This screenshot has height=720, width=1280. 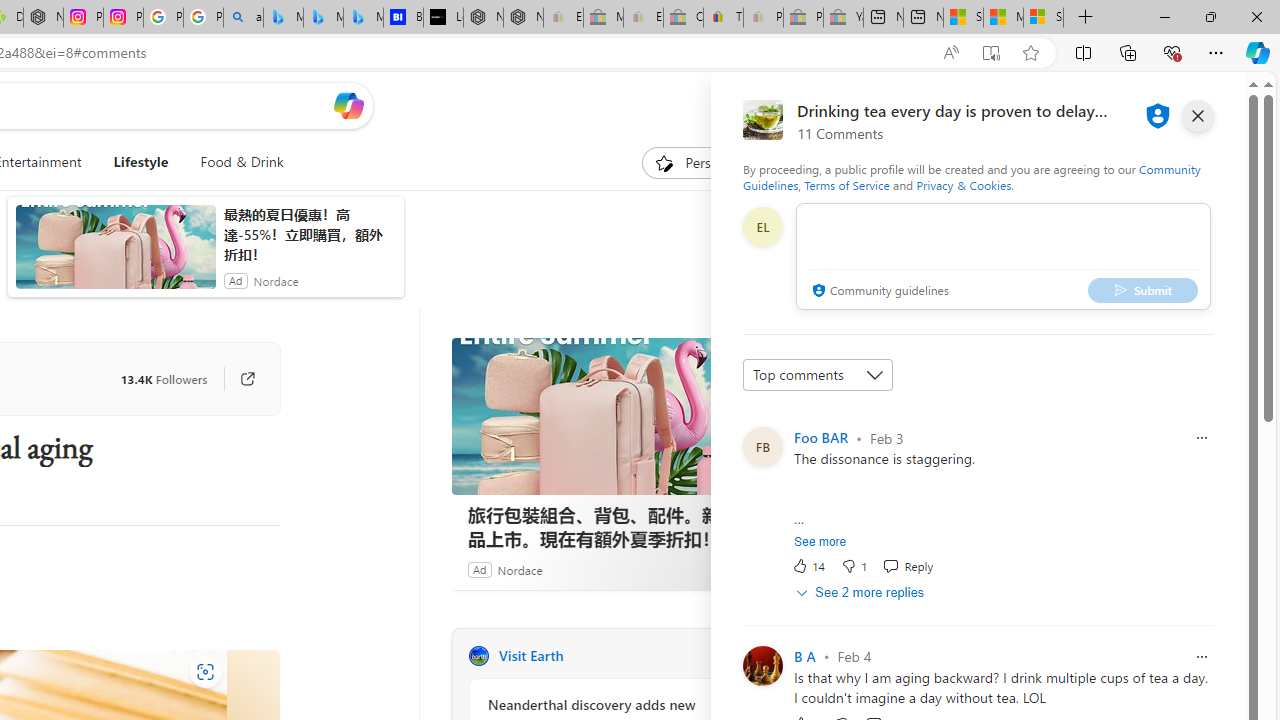 What do you see at coordinates (820, 542) in the screenshot?
I see `'See more'` at bounding box center [820, 542].